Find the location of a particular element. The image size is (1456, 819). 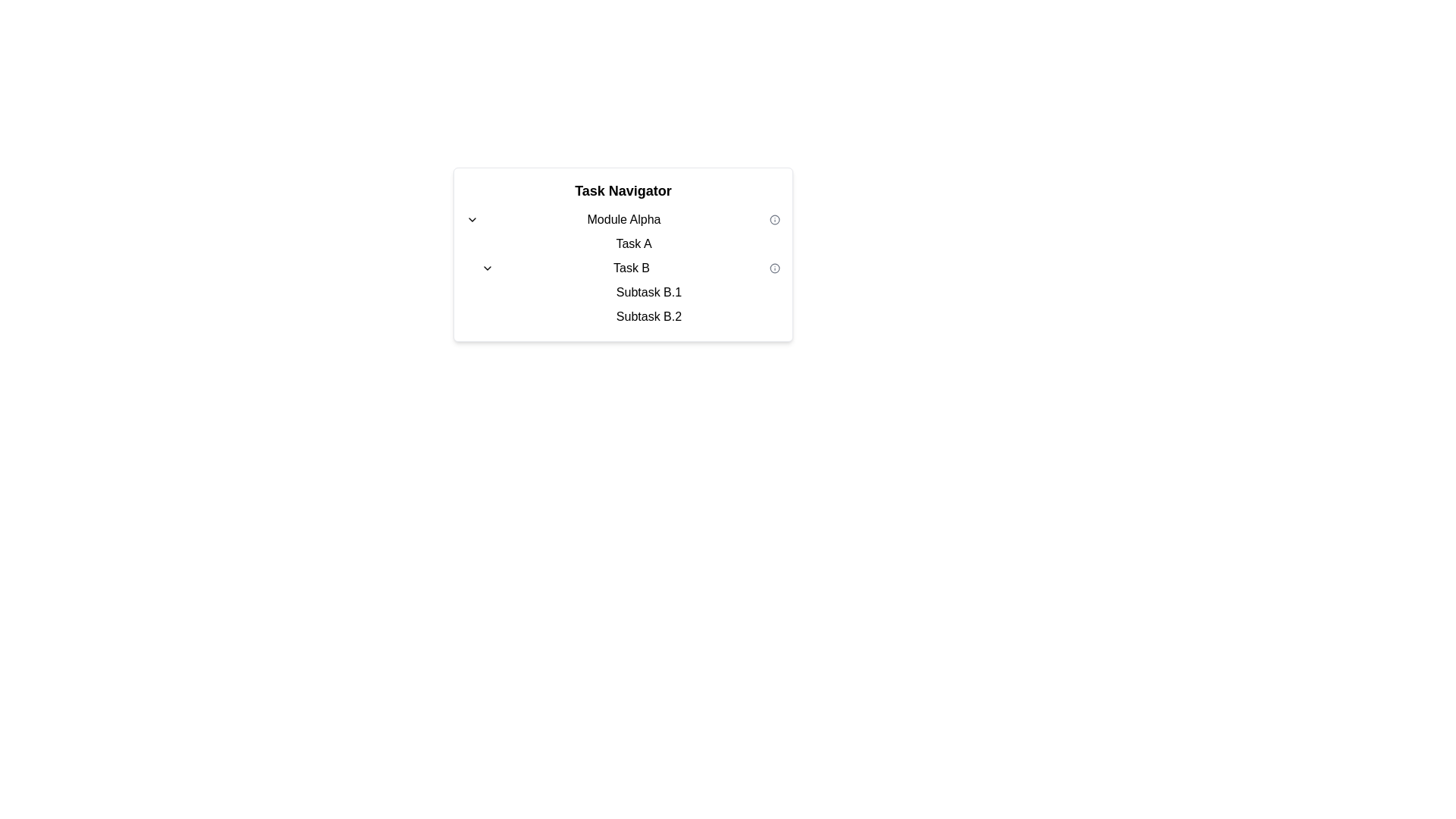

the circular vector graphic icon located near the top right corner of the interface, adjacent to the text 'Task Navigator' is located at coordinates (775, 268).